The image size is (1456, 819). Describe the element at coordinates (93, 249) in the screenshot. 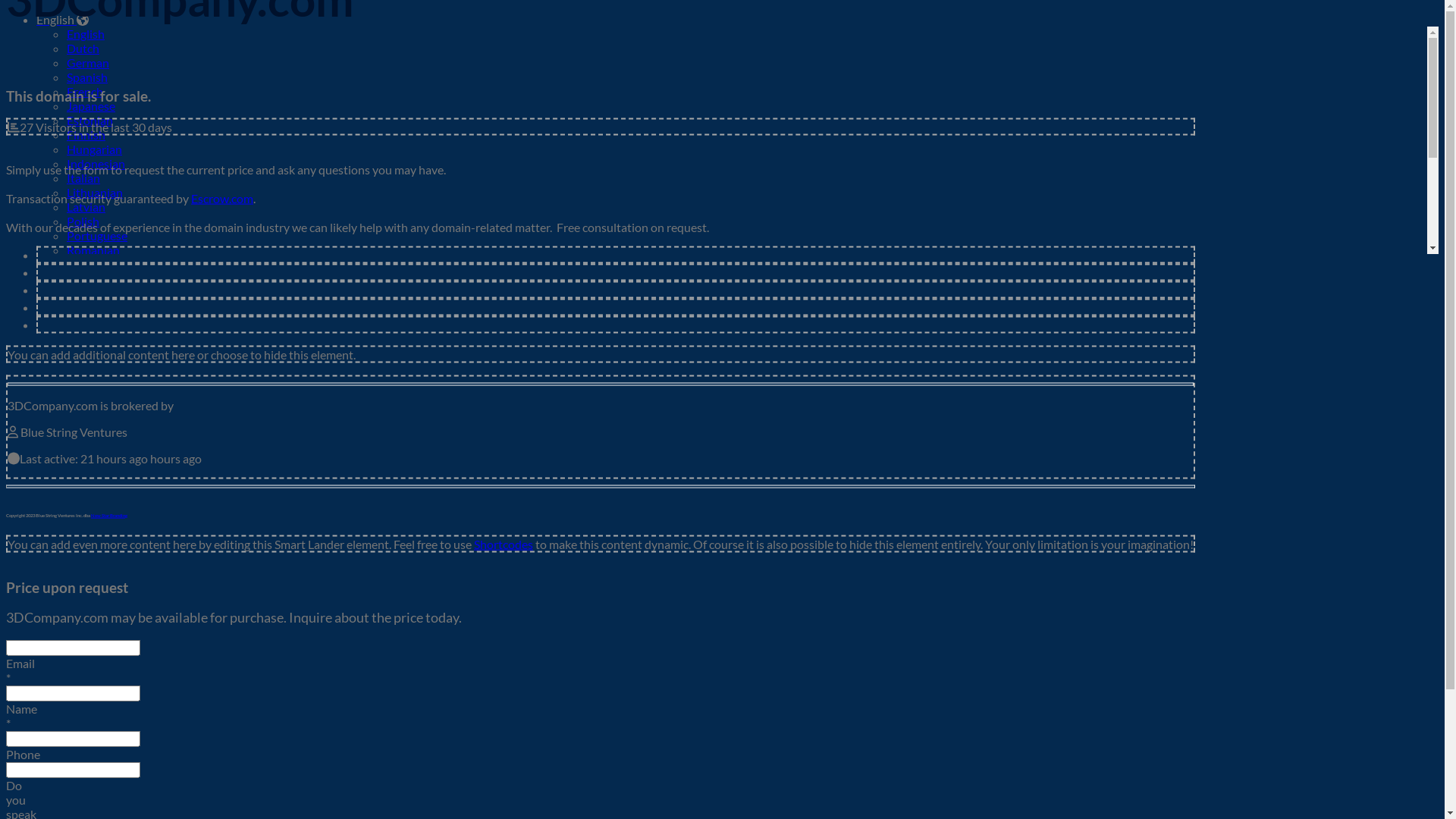

I see `'Romanian'` at that location.